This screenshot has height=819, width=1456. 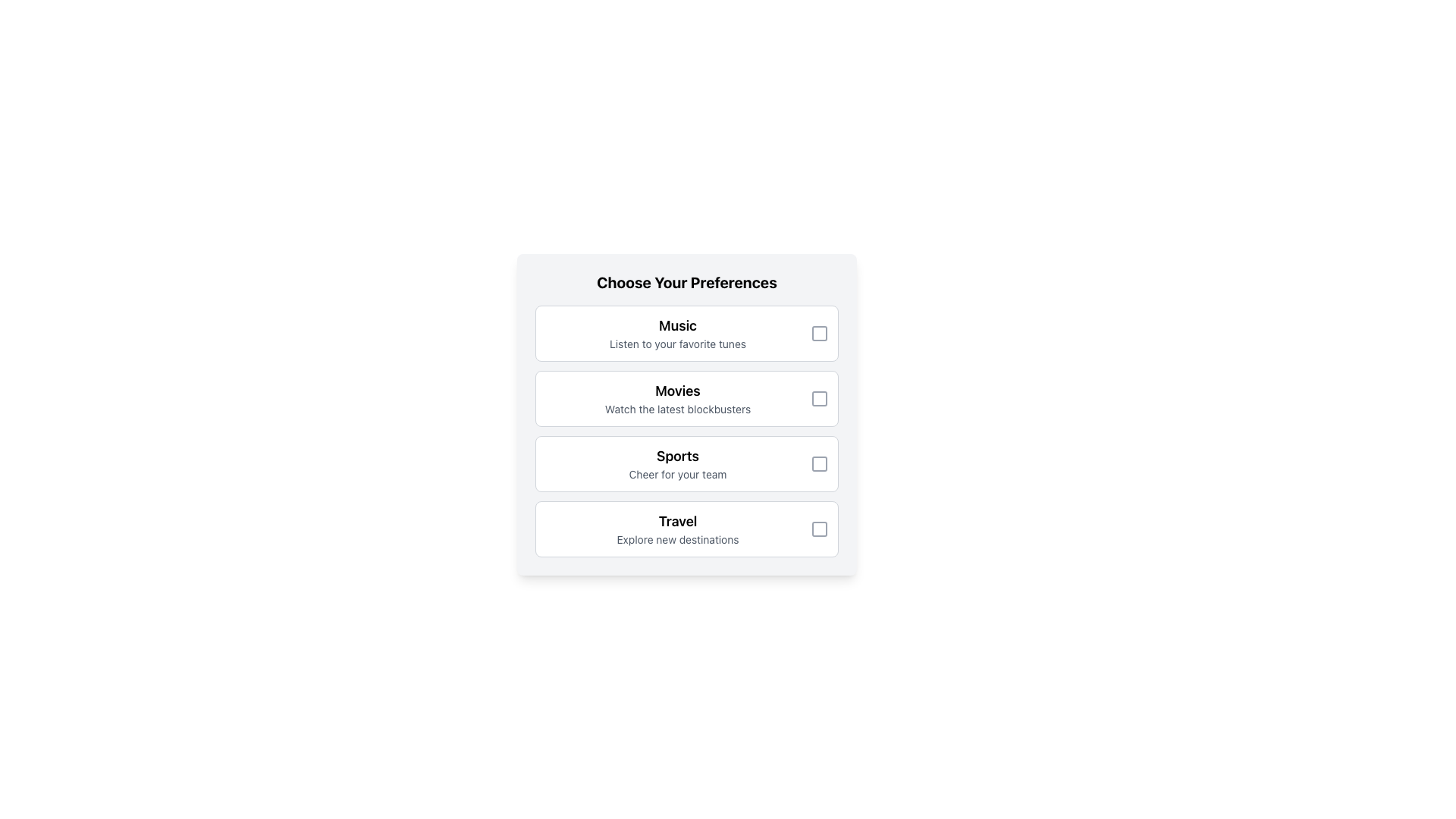 I want to click on the checkbox for the 'Travel' preference, so click(x=818, y=529).